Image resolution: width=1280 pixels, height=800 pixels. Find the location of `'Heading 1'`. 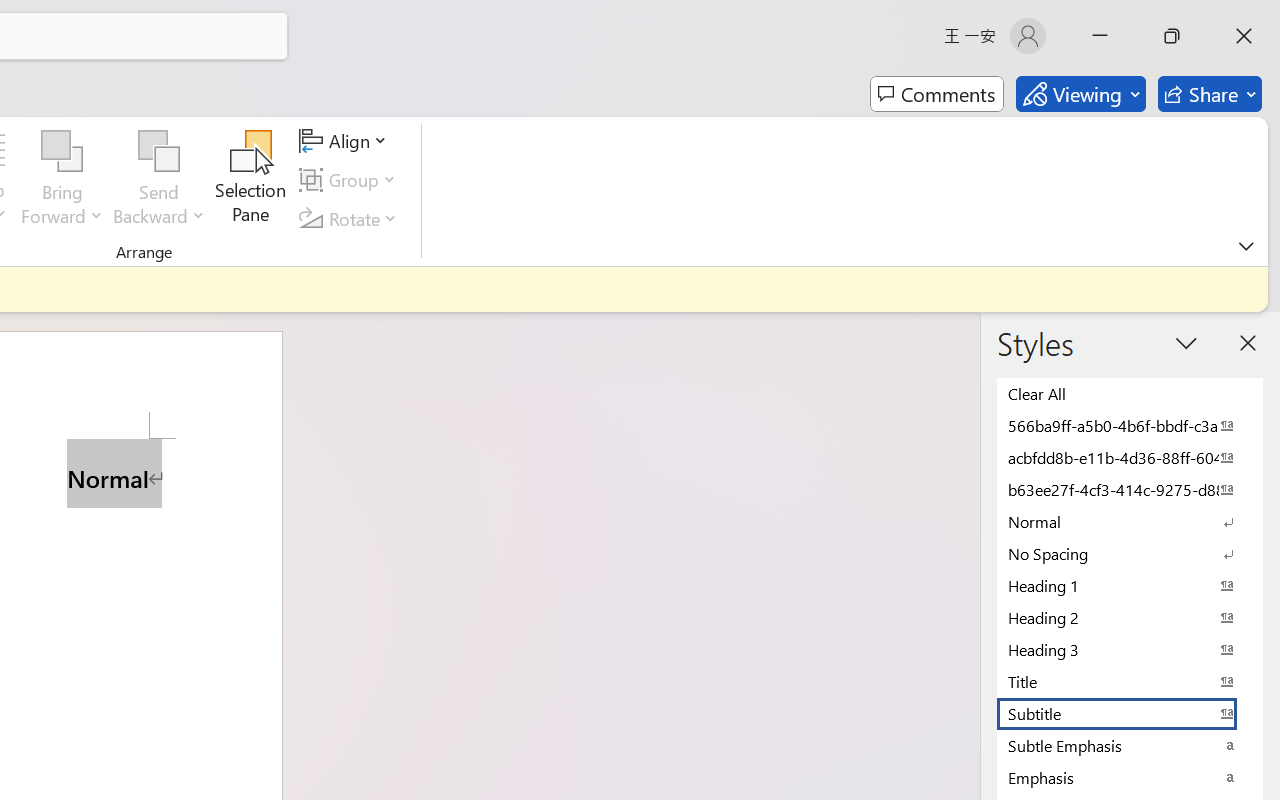

'Heading 1' is located at coordinates (1130, 584).